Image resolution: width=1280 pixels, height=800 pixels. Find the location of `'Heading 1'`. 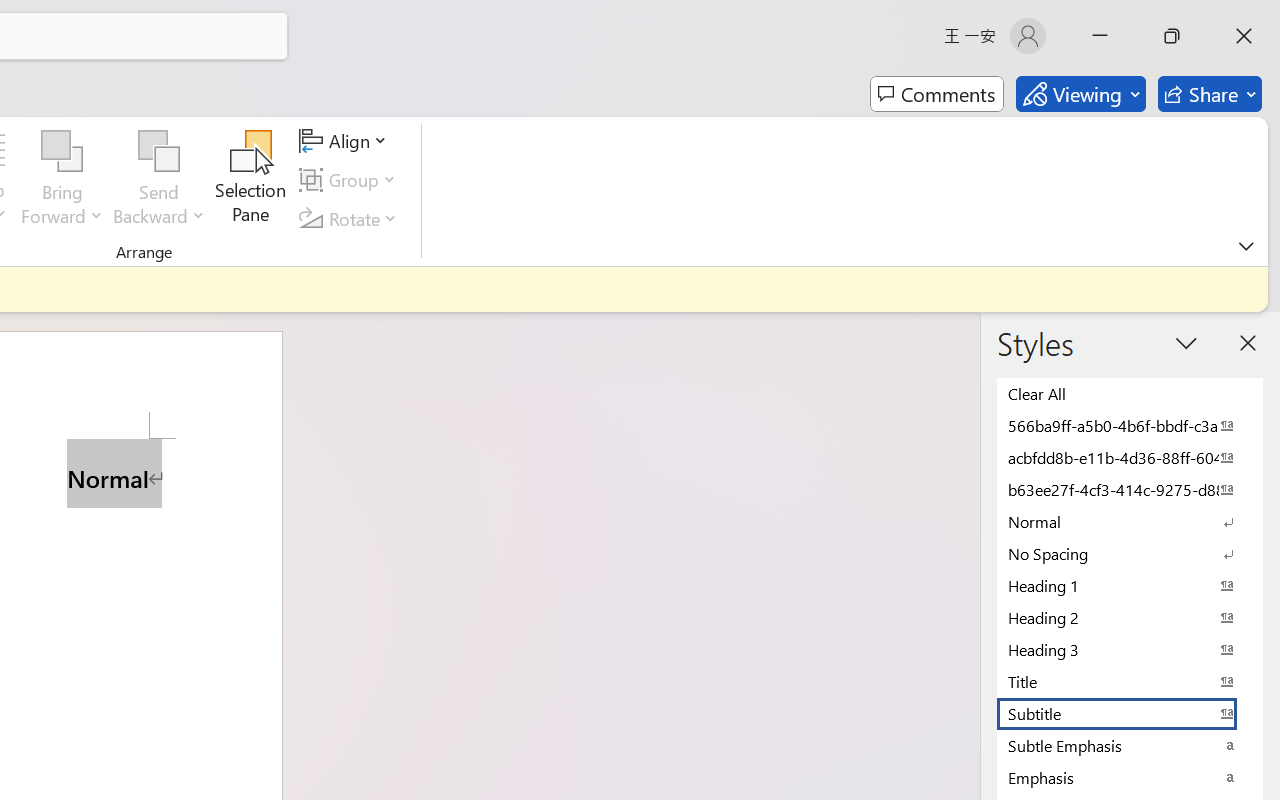

'Heading 1' is located at coordinates (1130, 584).